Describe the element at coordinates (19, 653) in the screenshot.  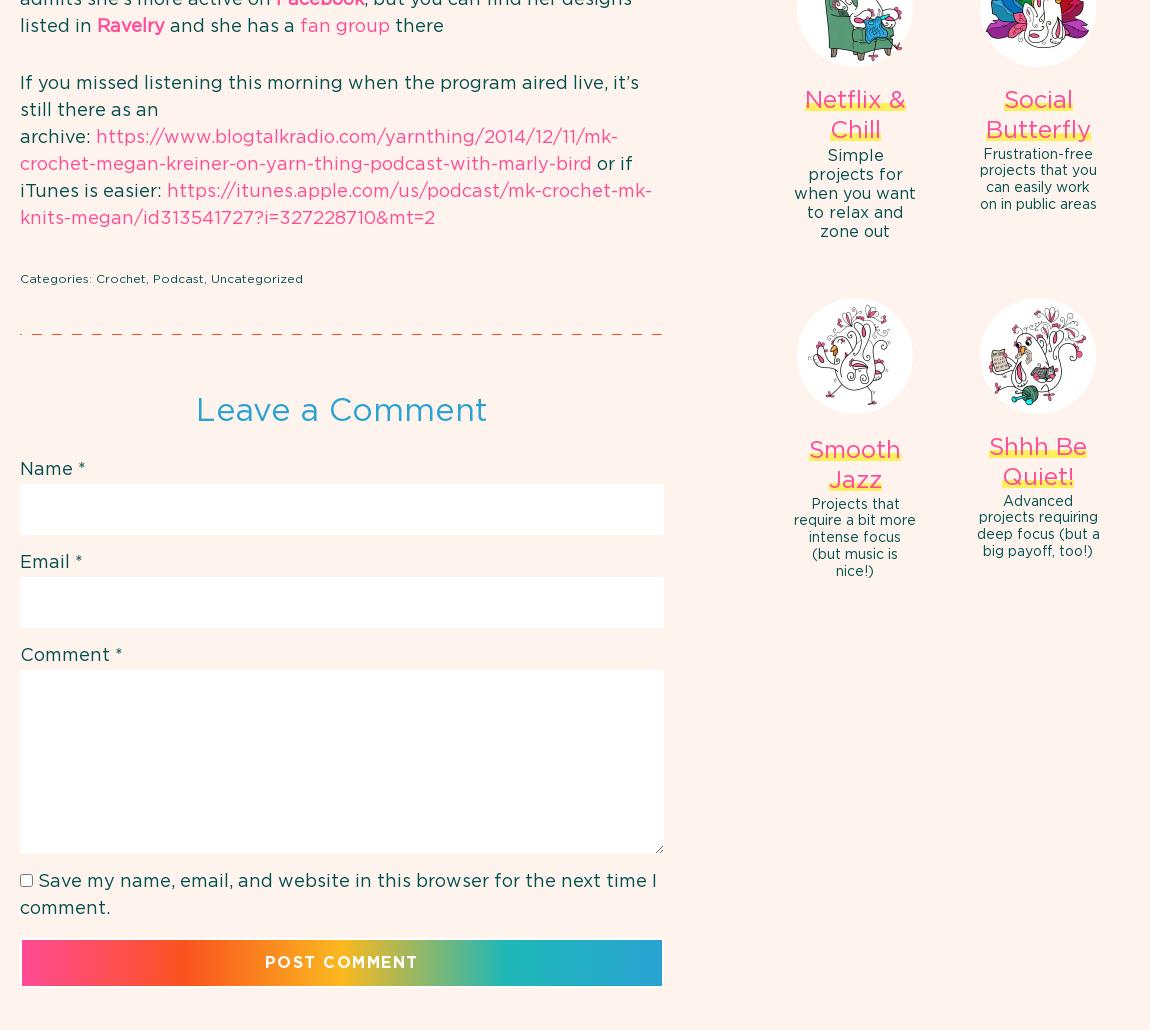
I see `'Comment'` at that location.